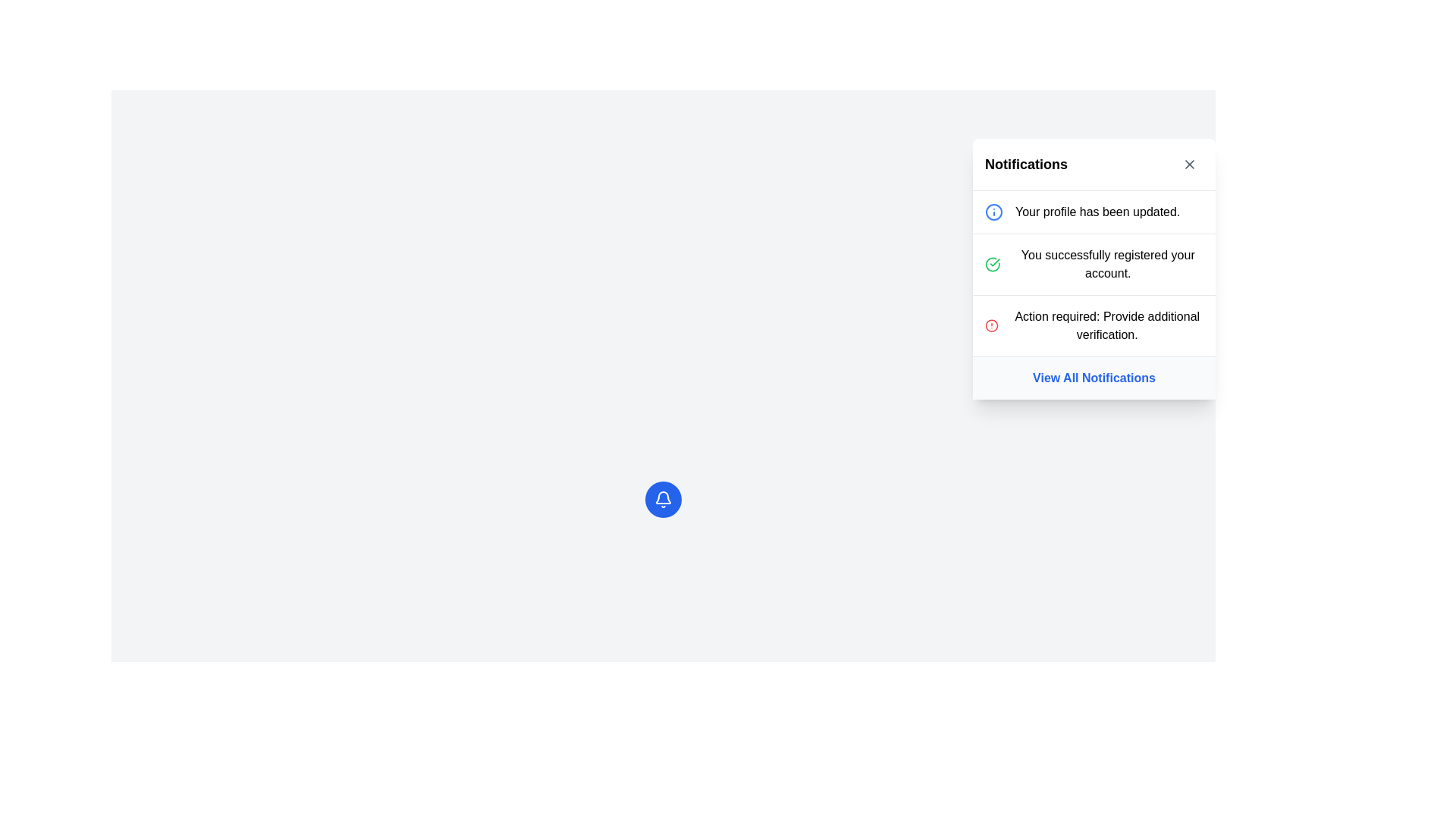  What do you see at coordinates (995, 262) in the screenshot?
I see `the confirmation checkmark icon indicating successful account registration, located on the second notification item in the list` at bounding box center [995, 262].